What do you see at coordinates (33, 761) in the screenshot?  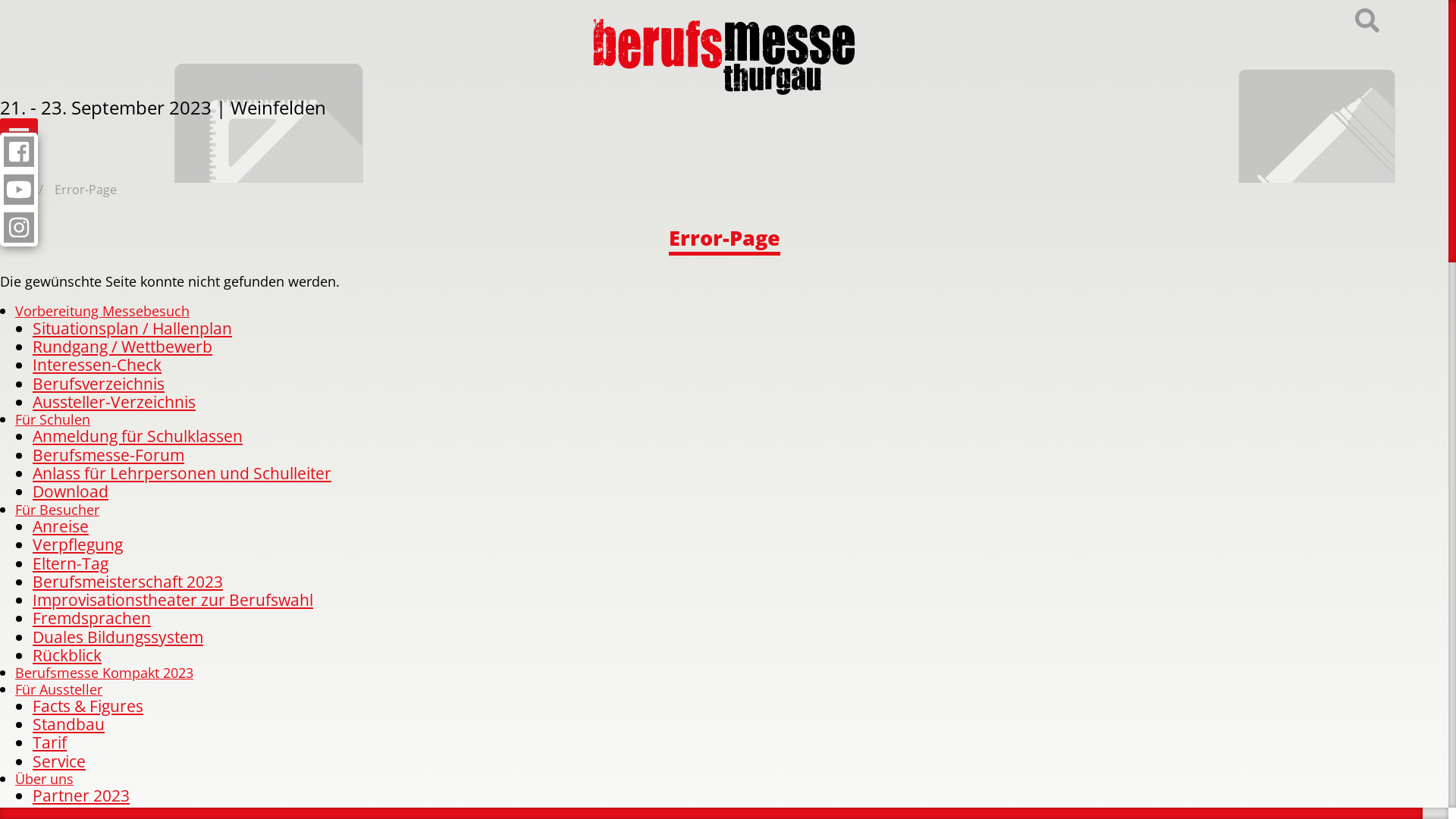 I see `'Service'` at bounding box center [33, 761].